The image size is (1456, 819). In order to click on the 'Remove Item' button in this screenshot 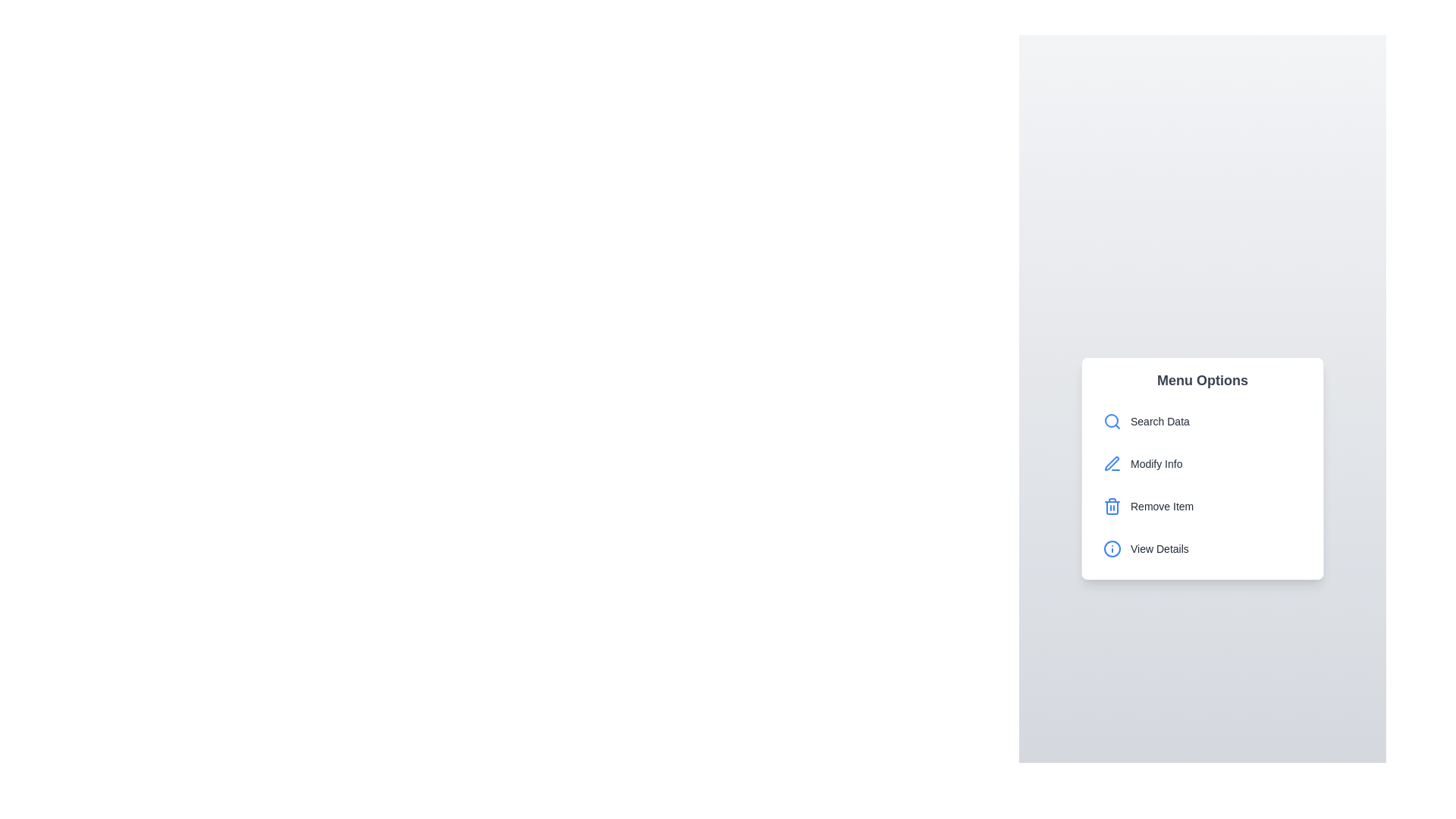, I will do `click(1201, 506)`.